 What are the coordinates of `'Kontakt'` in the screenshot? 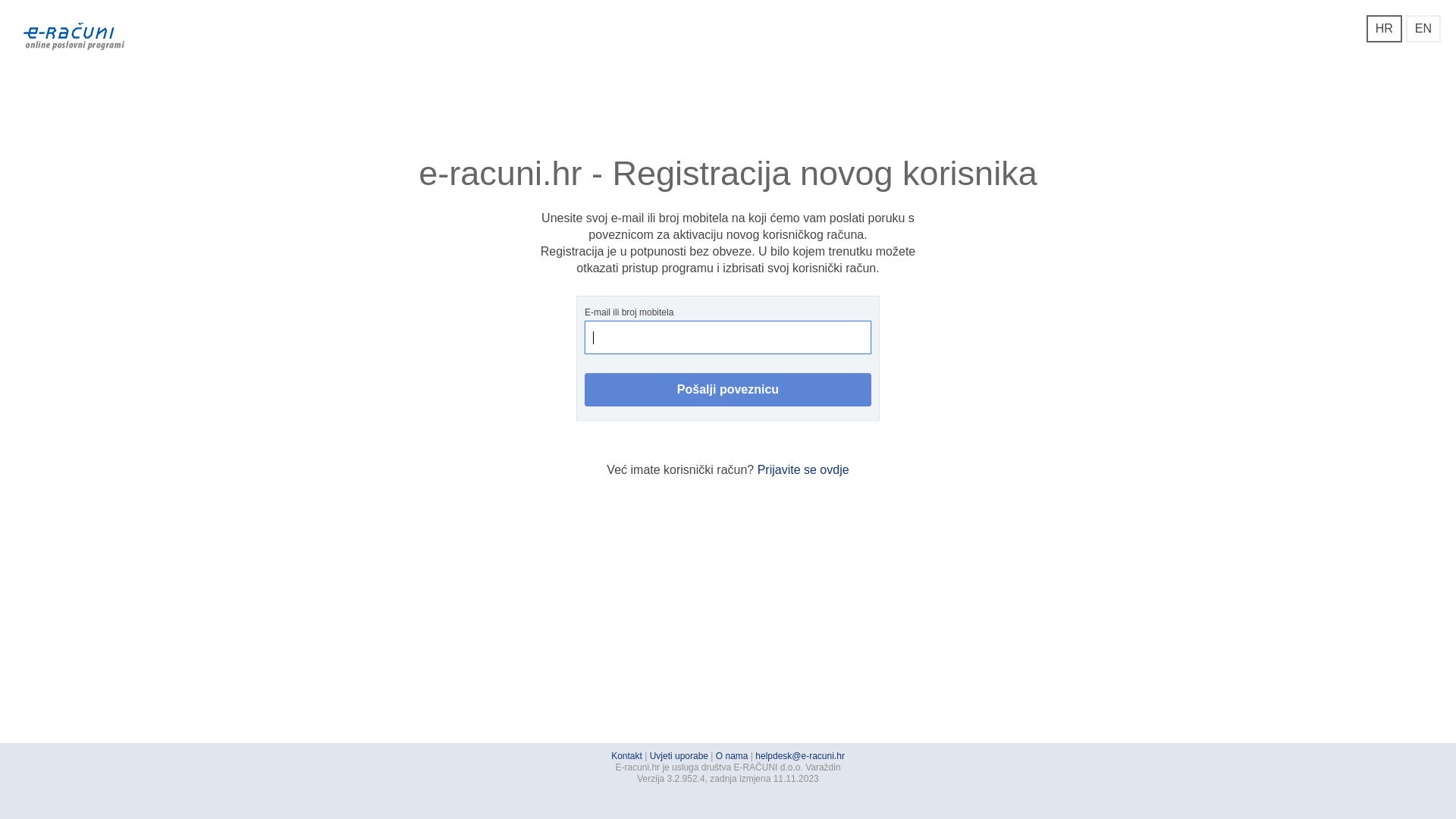 It's located at (626, 755).